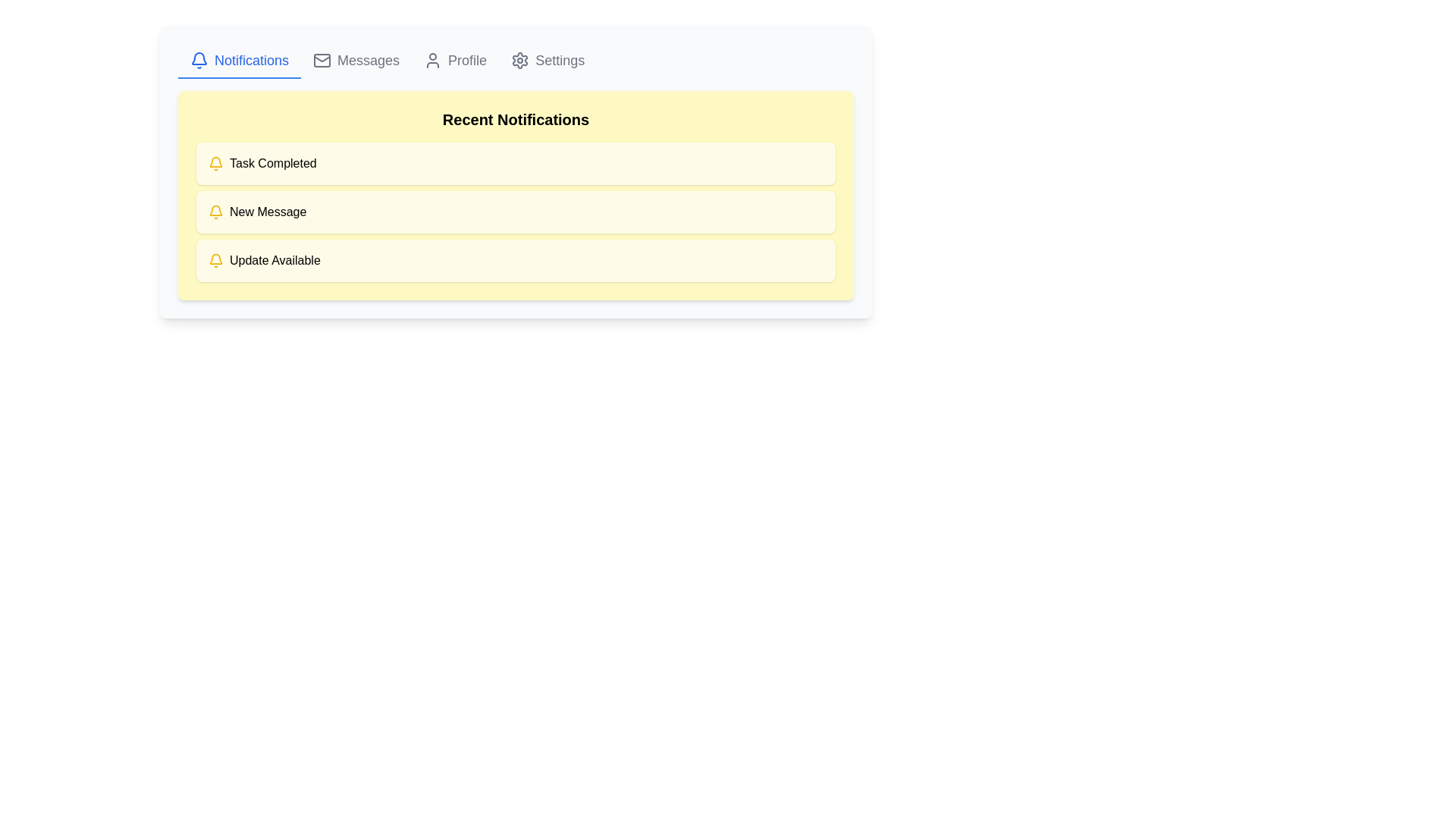  Describe the element at coordinates (520, 60) in the screenshot. I see `the cogwheel-shaped icon in the navigation bar` at that location.